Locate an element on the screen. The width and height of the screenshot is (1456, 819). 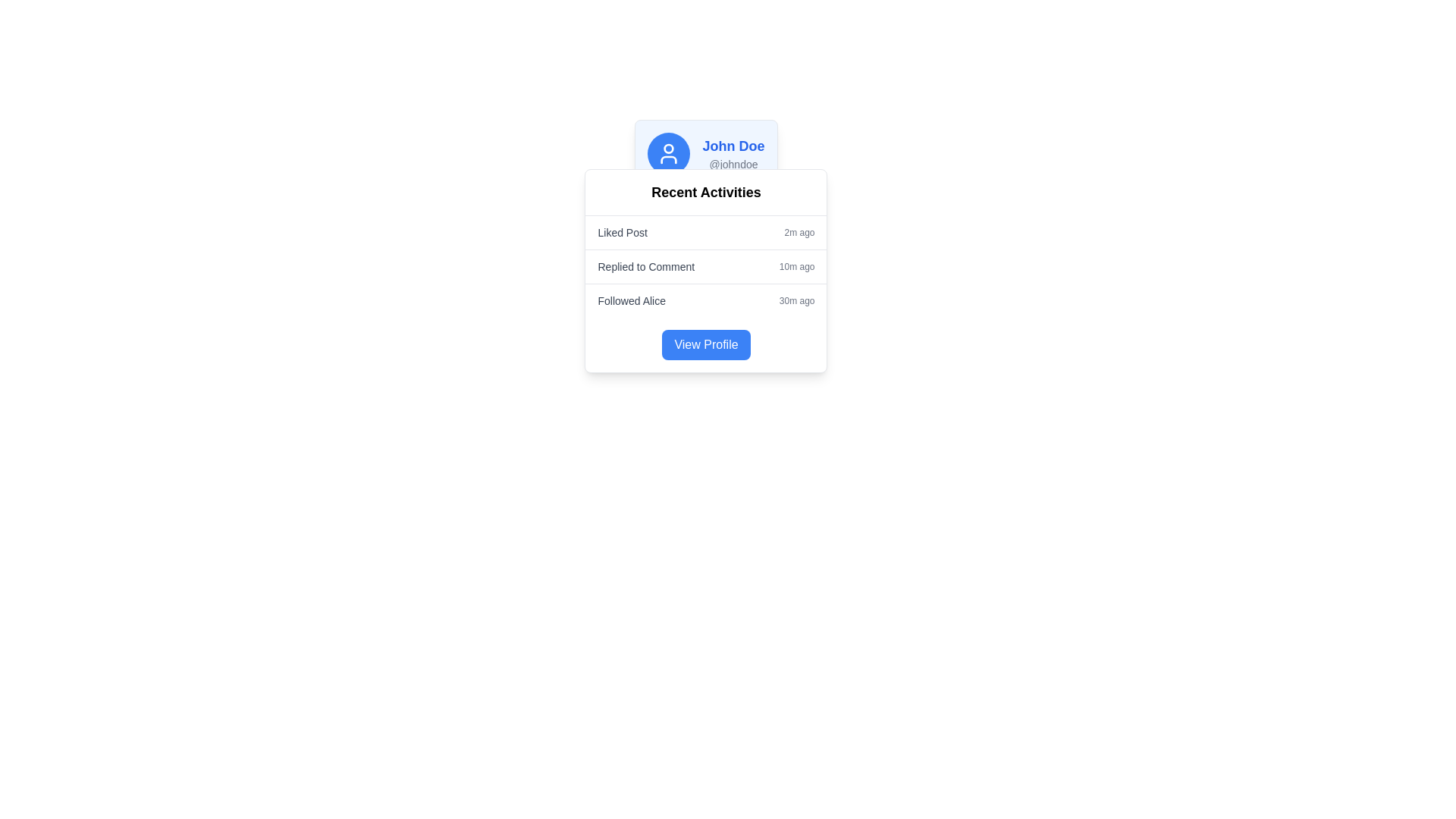
the Text Display element that shows the user's name and handle, located at the top section of the interface near the center, for potential interactive feedback is located at coordinates (733, 154).